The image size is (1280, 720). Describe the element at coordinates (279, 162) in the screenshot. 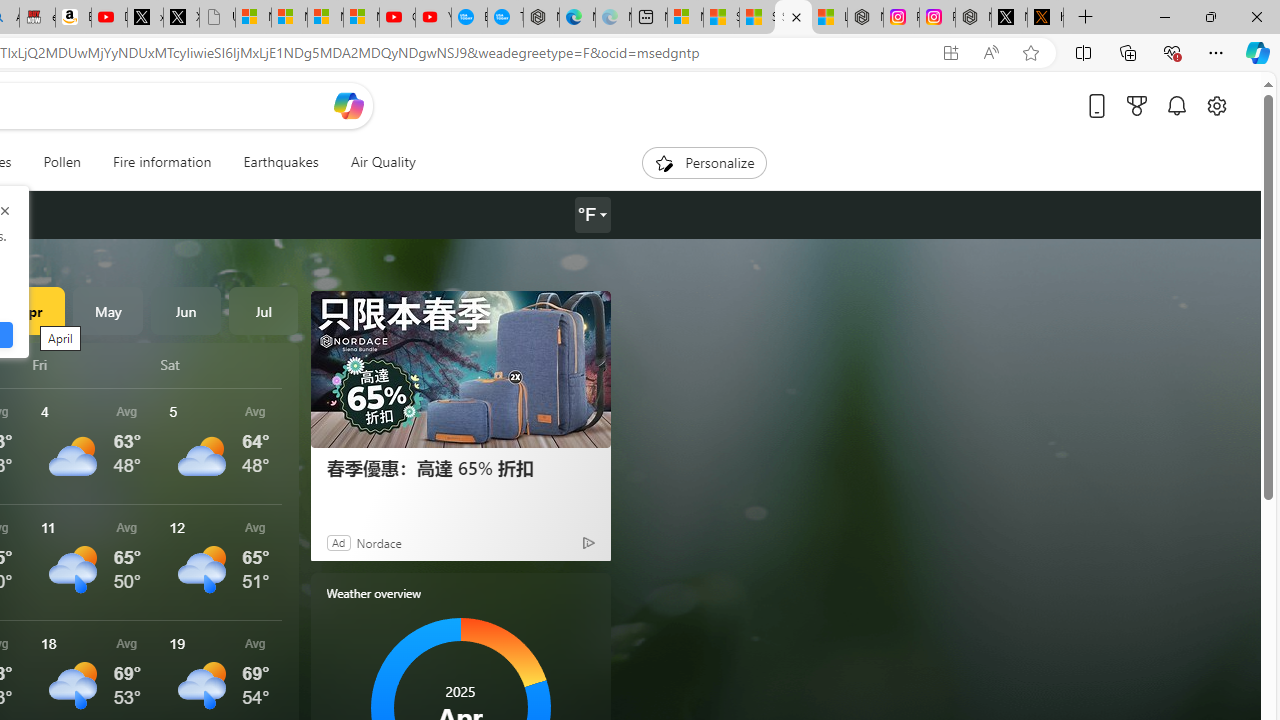

I see `'Earthquakes'` at that location.